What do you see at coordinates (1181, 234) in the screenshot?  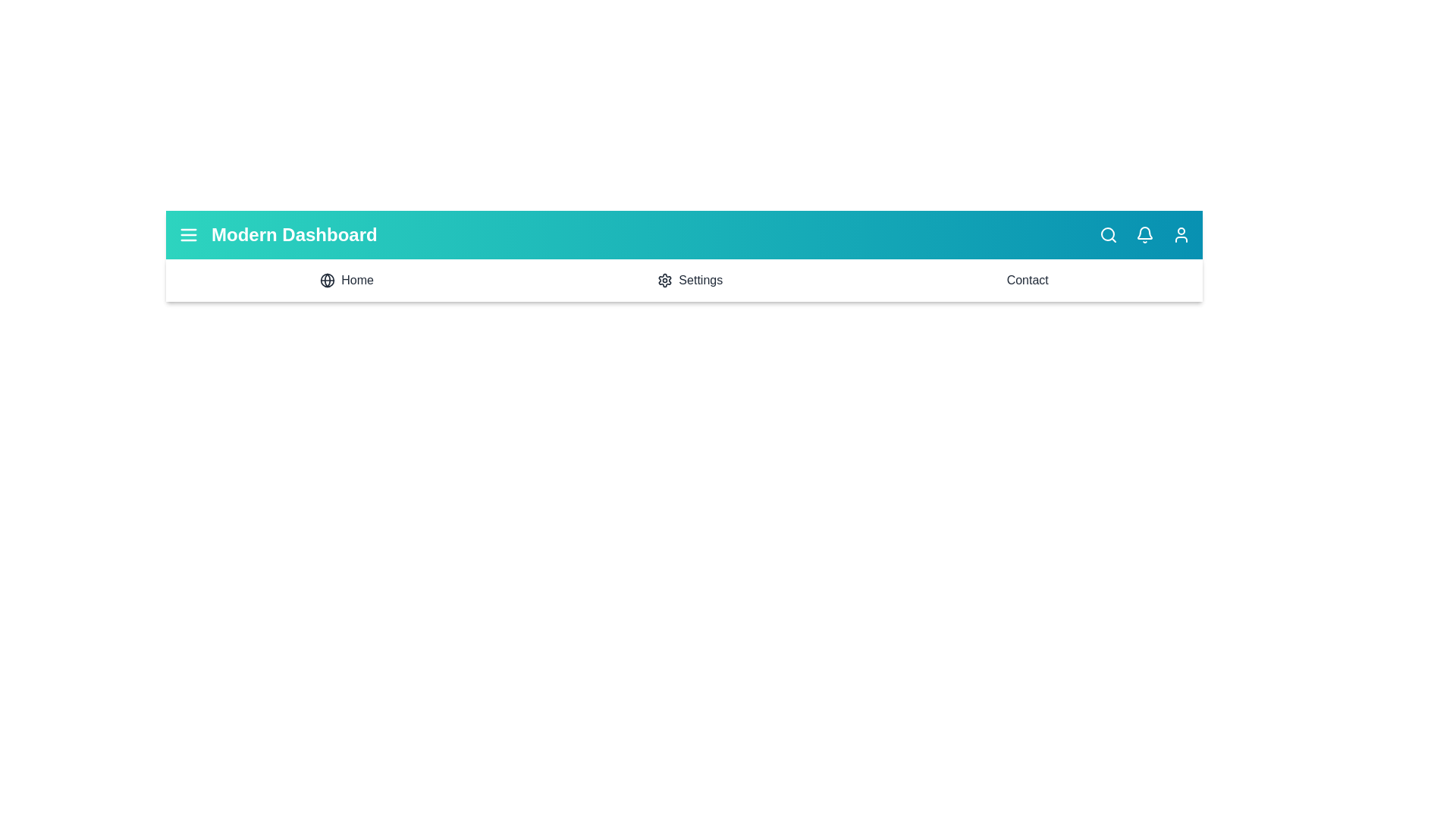 I see `the user profile icon` at bounding box center [1181, 234].